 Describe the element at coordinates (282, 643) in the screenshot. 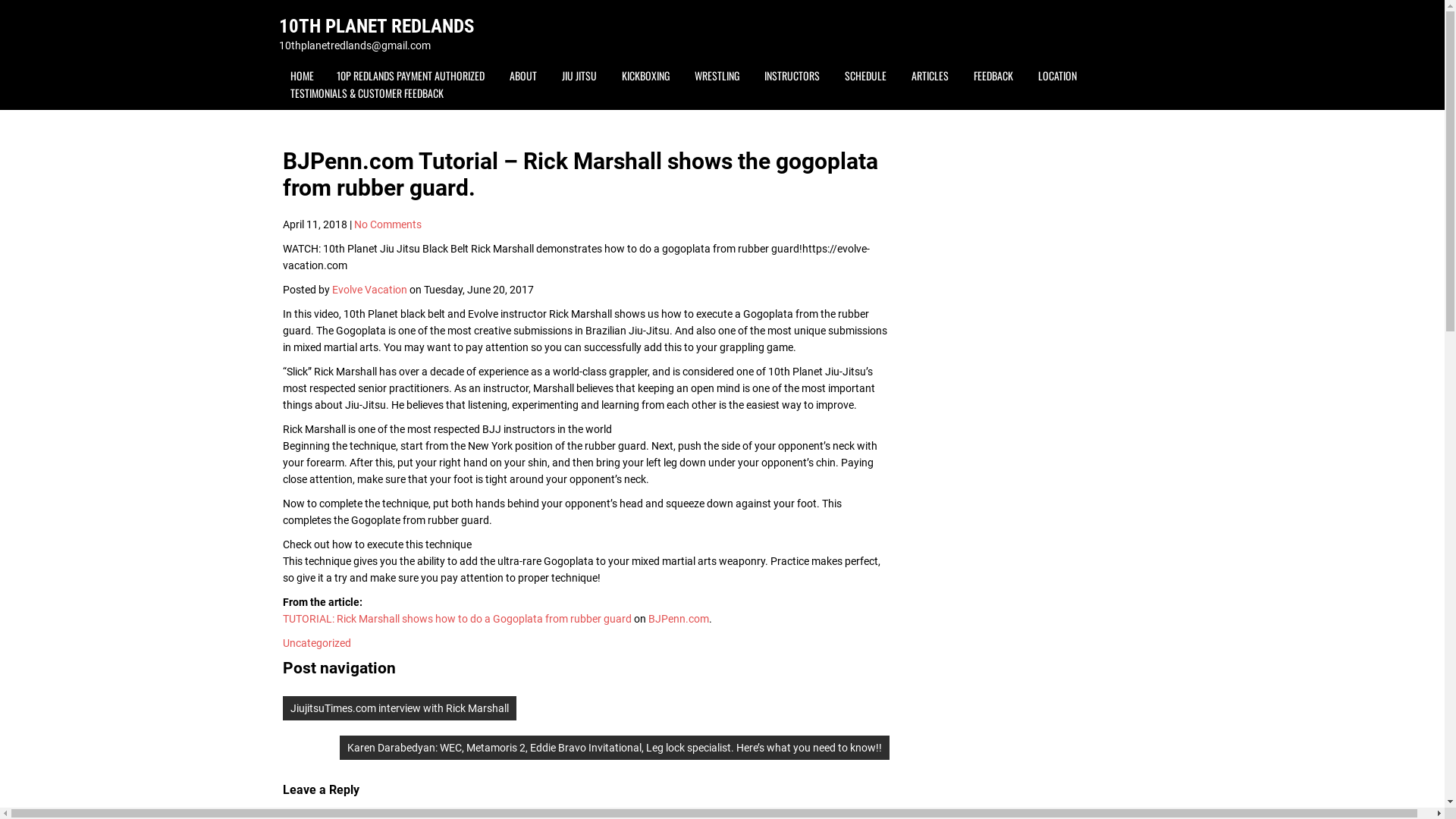

I see `'Uncategorized'` at that location.